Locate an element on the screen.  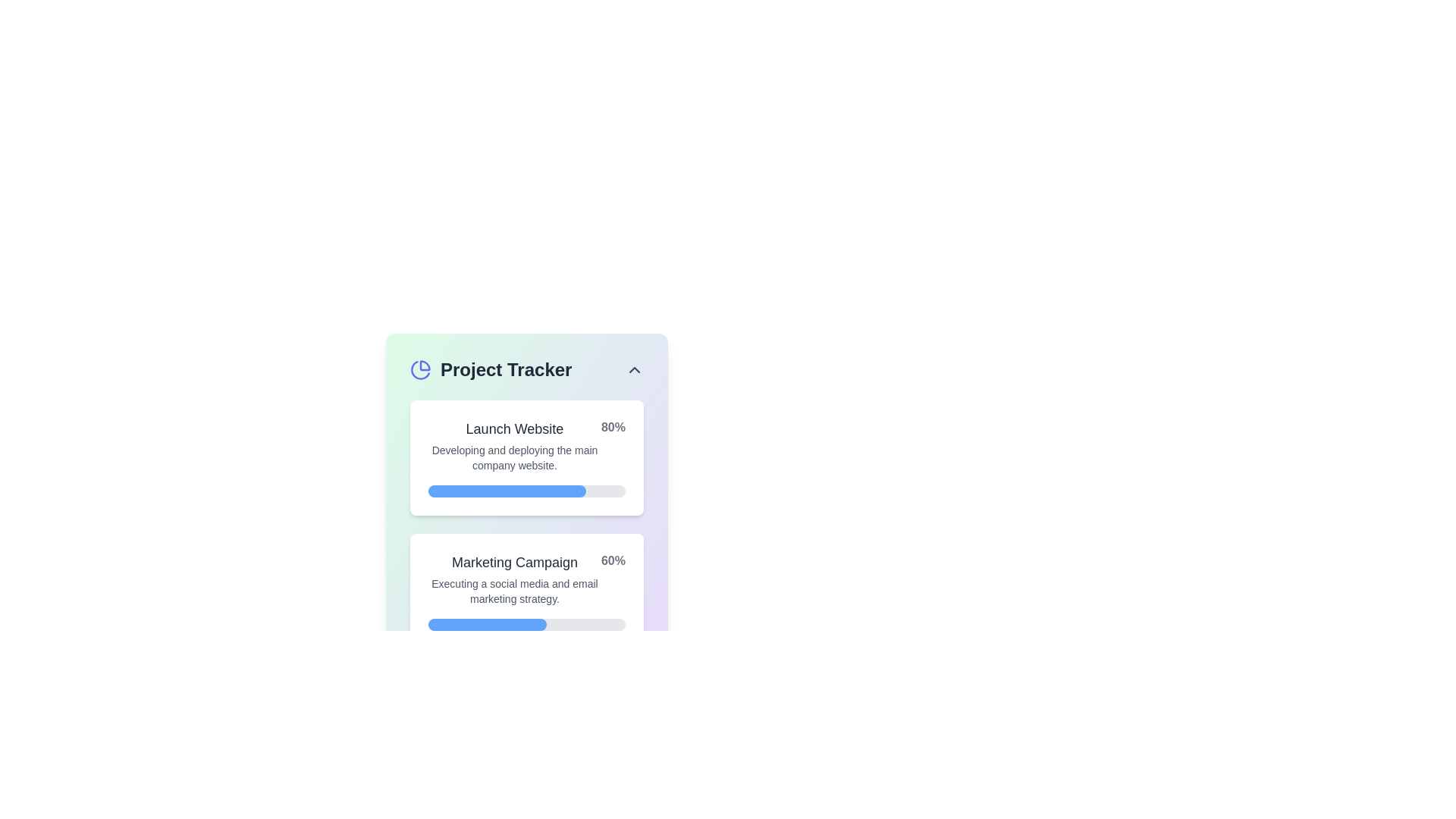
the text label at the top of the 'Marketing Campaign' card, which serves as a title summarizing the card's content is located at coordinates (514, 562).